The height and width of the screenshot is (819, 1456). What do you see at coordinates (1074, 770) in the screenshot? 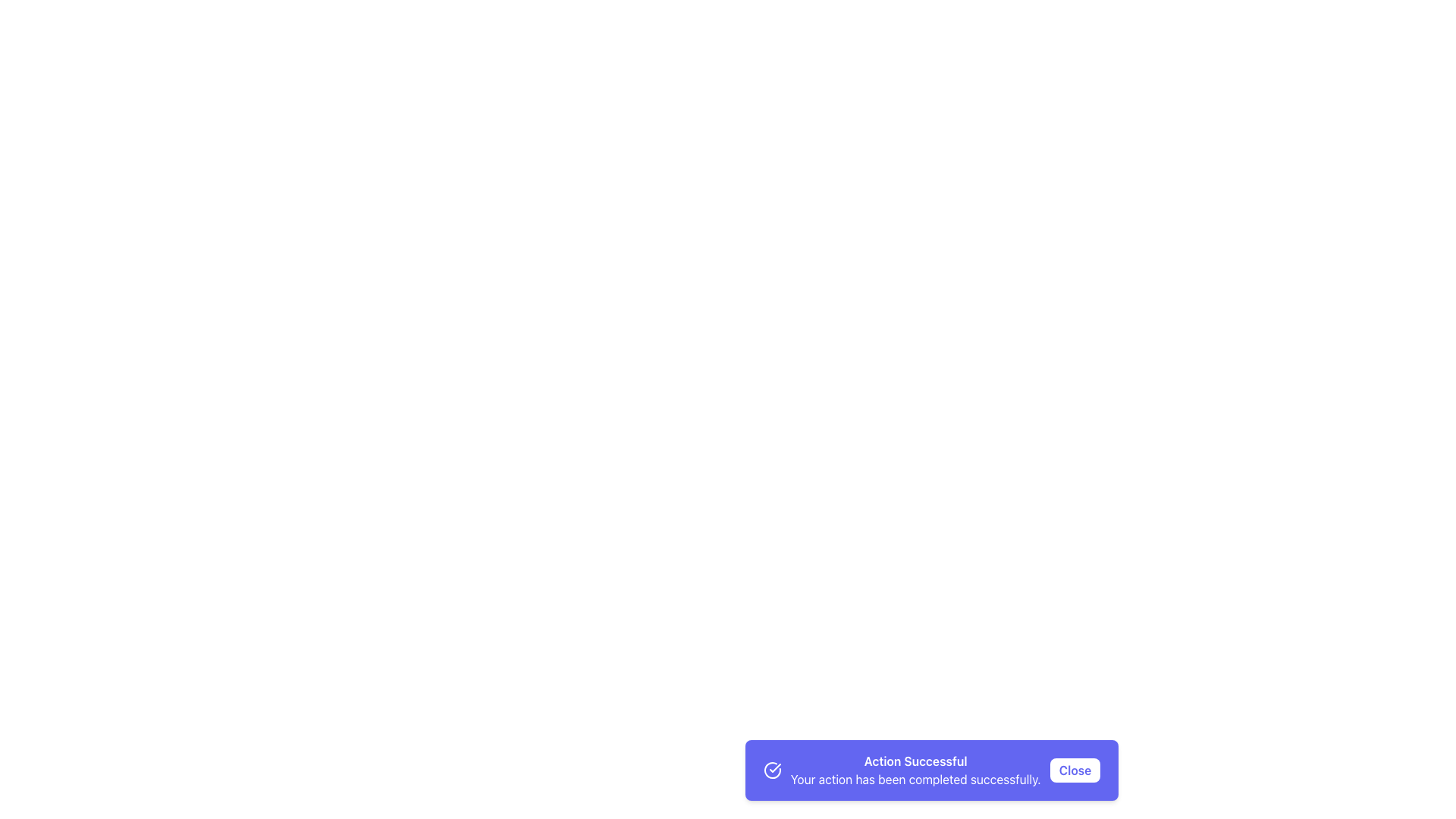
I see `the 'Close' button located at the far-right side of the notification banner` at bounding box center [1074, 770].